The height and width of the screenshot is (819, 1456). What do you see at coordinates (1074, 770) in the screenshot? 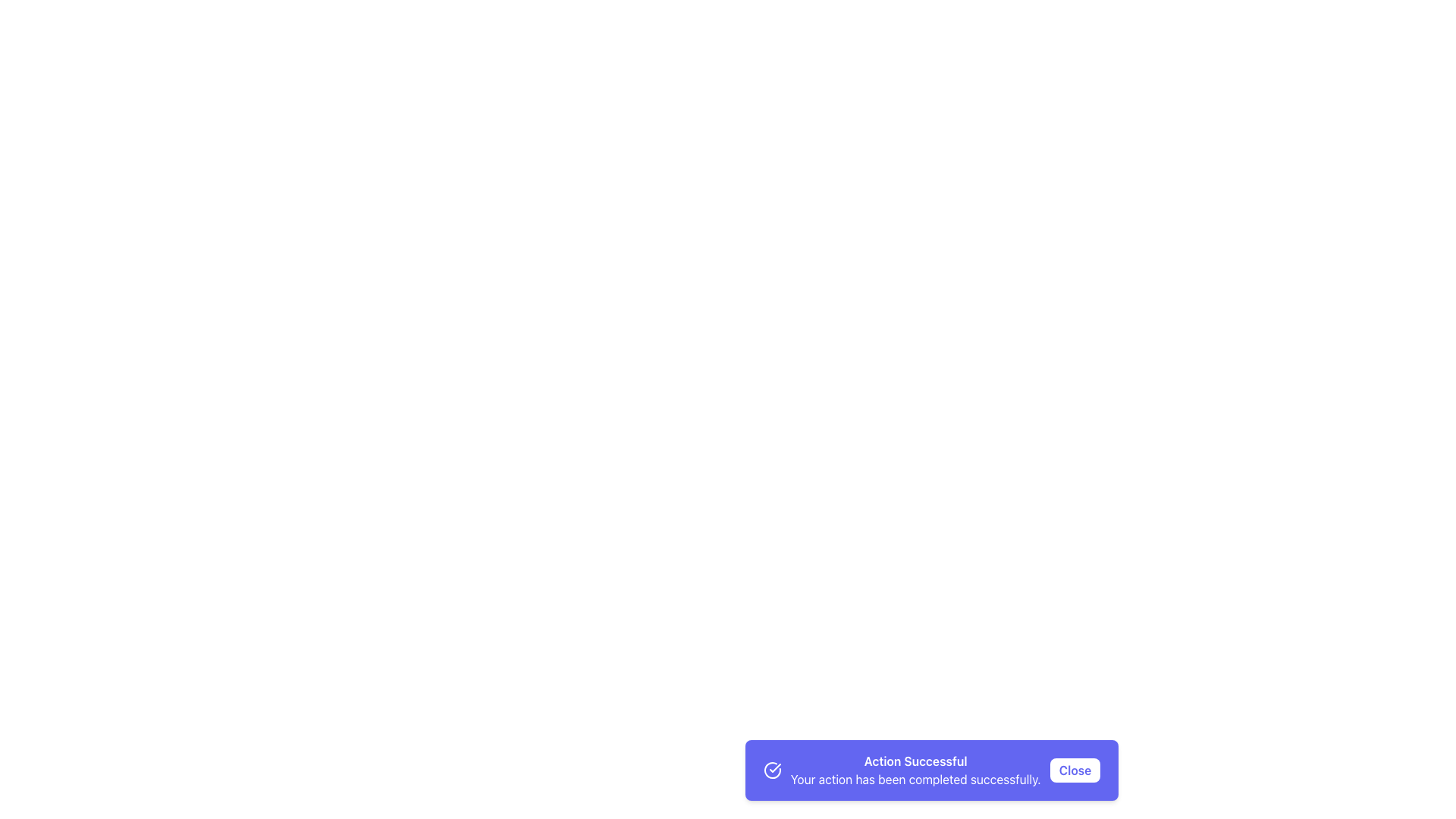
I see `the 'Close' button located at the far-right side of the notification banner` at bounding box center [1074, 770].